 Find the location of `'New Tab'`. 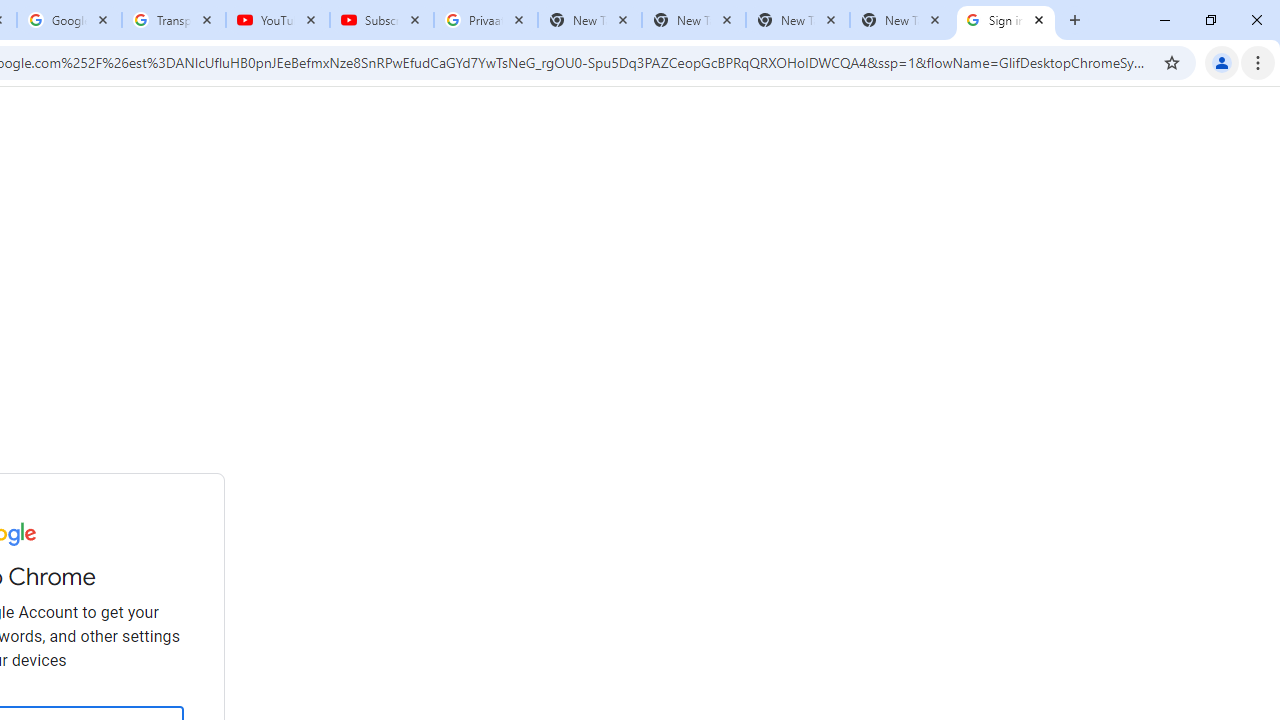

'New Tab' is located at coordinates (900, 20).